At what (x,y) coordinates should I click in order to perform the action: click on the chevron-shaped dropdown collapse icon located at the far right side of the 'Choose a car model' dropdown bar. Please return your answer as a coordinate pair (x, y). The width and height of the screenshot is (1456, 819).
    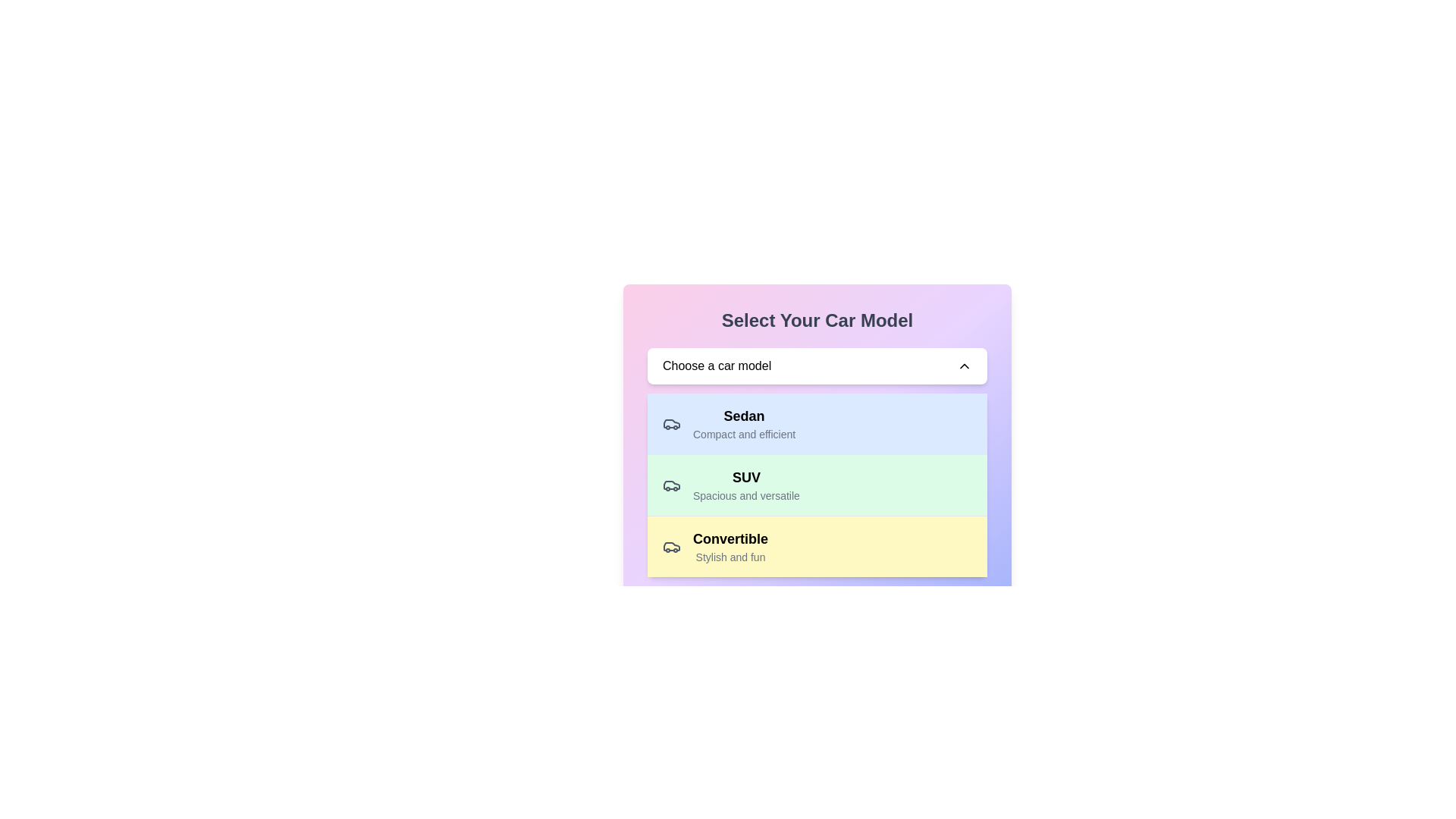
    Looking at the image, I should click on (964, 366).